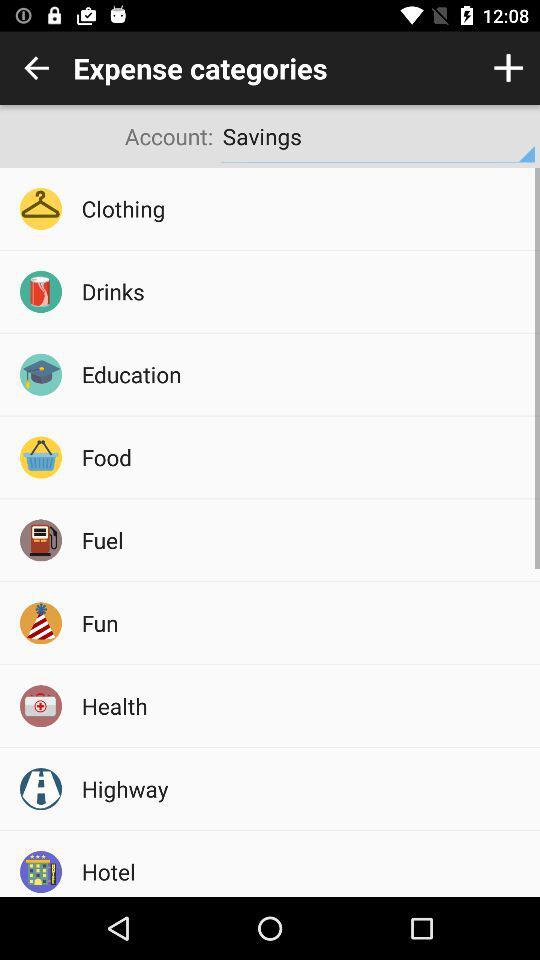 This screenshot has height=960, width=540. What do you see at coordinates (303, 208) in the screenshot?
I see `the item above the drinks item` at bounding box center [303, 208].